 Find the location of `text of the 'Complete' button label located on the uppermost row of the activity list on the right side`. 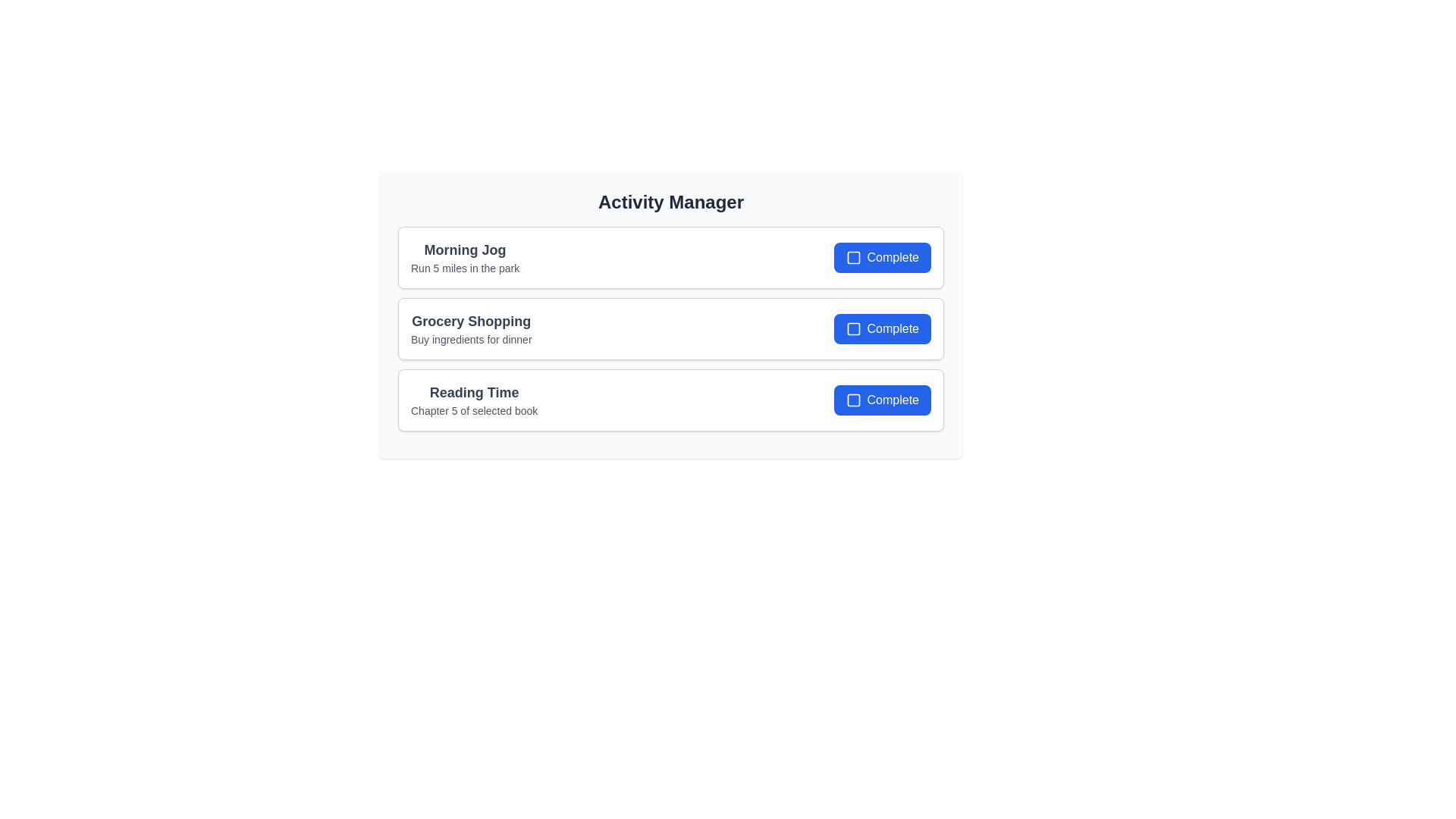

text of the 'Complete' button label located on the uppermost row of the activity list on the right side is located at coordinates (893, 256).